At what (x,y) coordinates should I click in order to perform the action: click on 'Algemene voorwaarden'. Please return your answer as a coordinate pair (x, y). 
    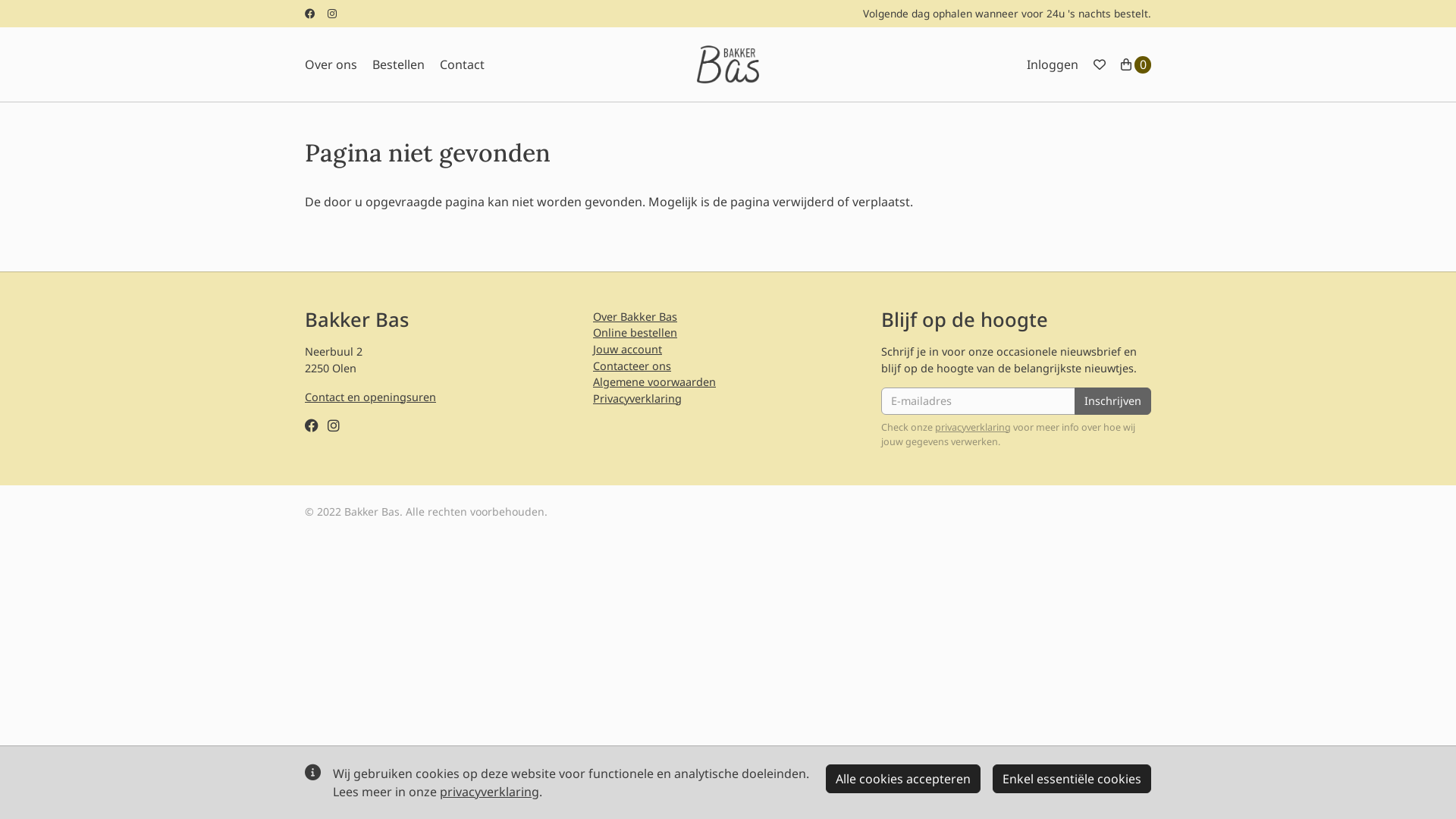
    Looking at the image, I should click on (592, 381).